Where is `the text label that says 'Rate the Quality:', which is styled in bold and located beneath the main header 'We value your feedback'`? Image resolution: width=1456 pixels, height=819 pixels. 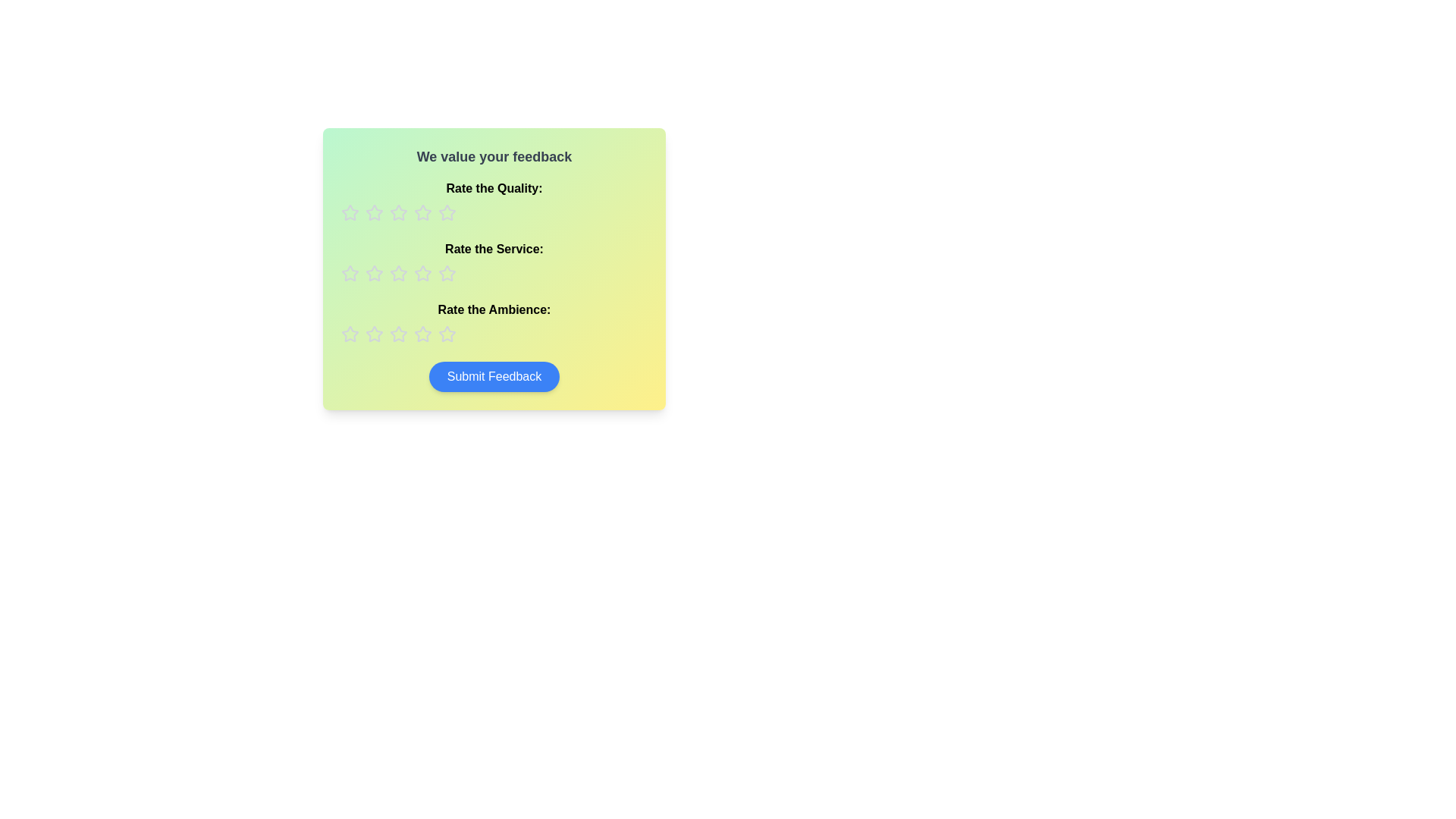 the text label that says 'Rate the Quality:', which is styled in bold and located beneath the main header 'We value your feedback' is located at coordinates (494, 200).